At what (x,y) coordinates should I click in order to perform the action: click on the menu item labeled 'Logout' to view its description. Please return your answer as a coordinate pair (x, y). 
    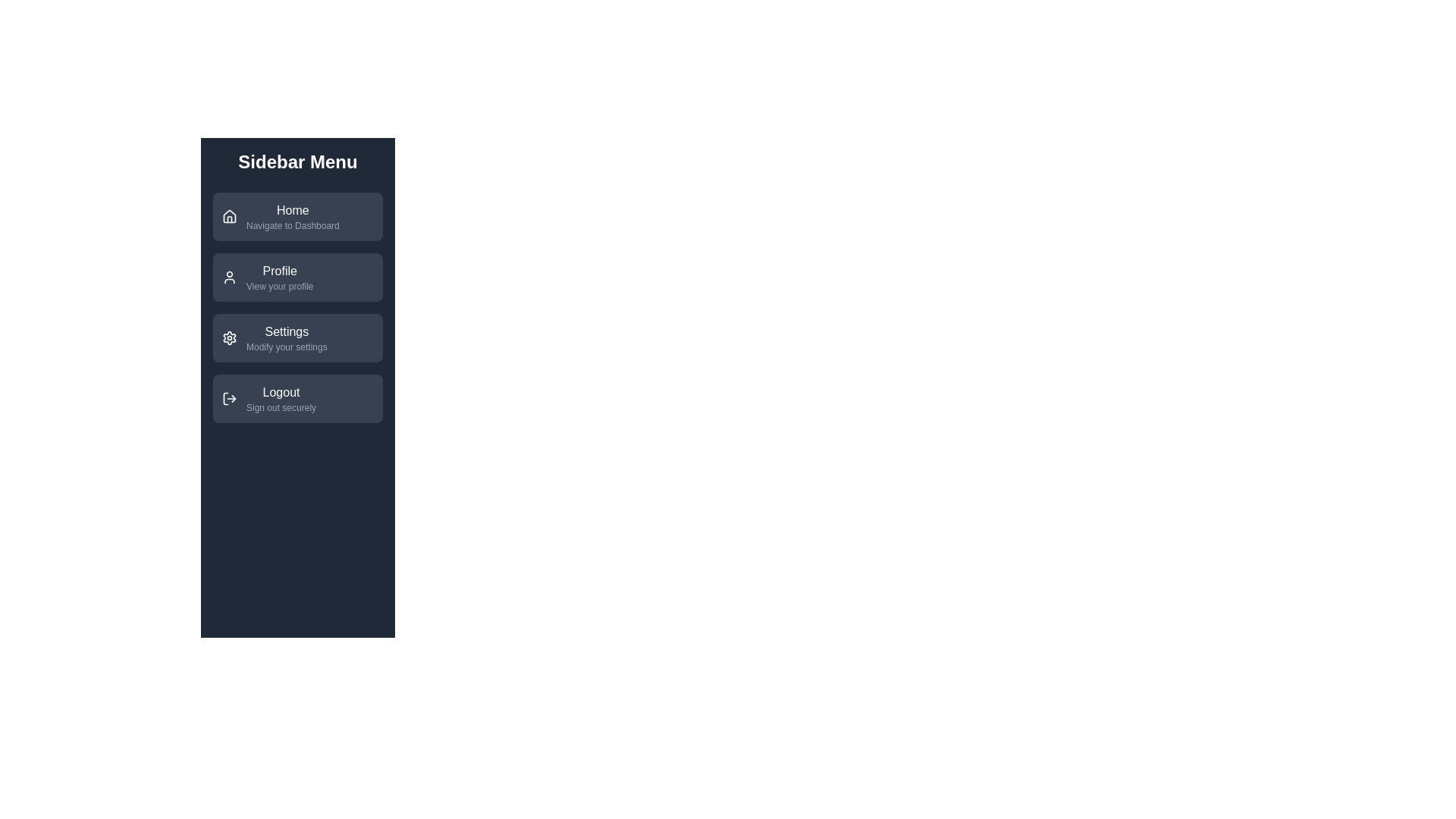
    Looking at the image, I should click on (298, 397).